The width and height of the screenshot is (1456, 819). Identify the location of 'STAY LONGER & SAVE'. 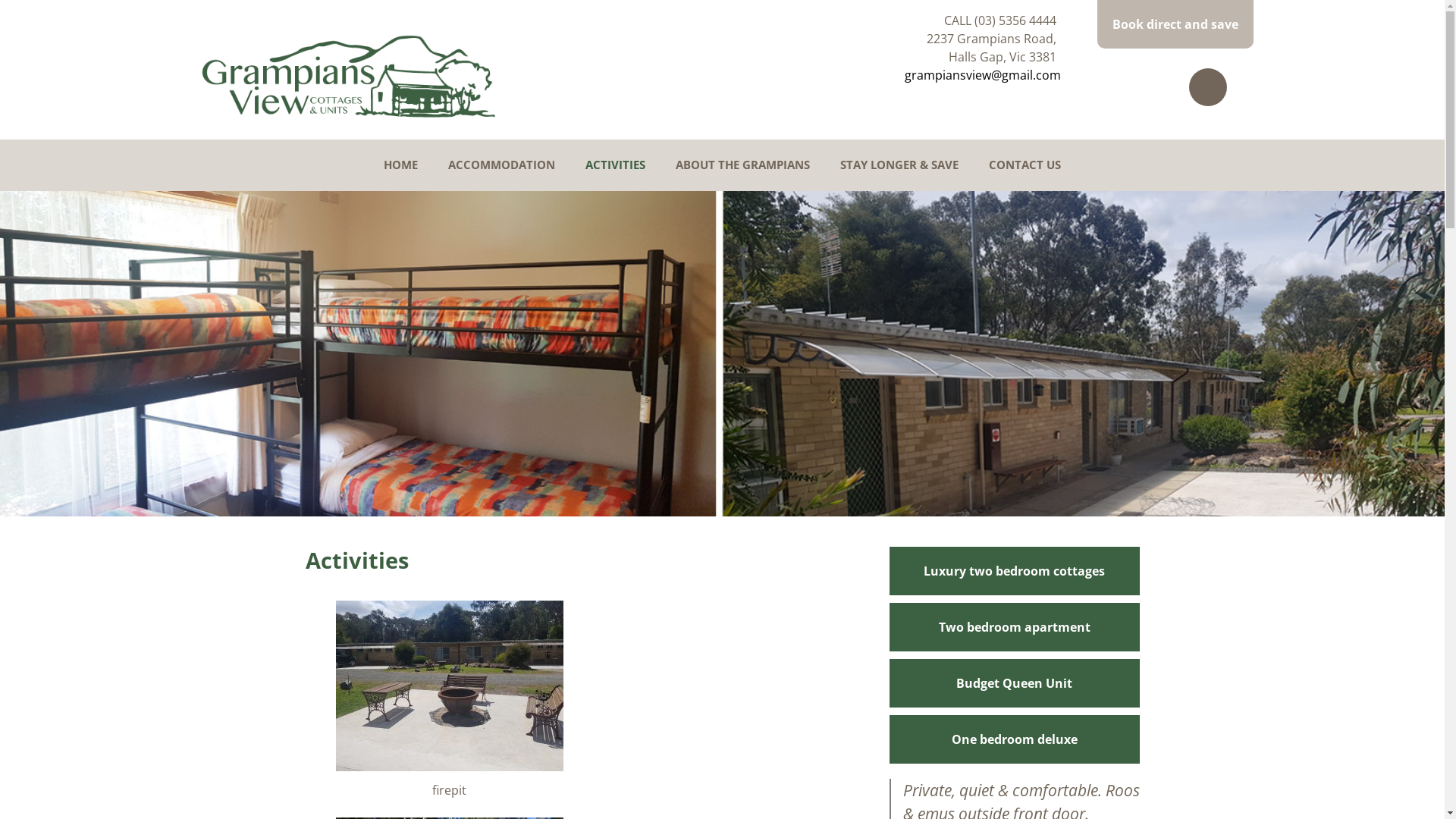
(899, 165).